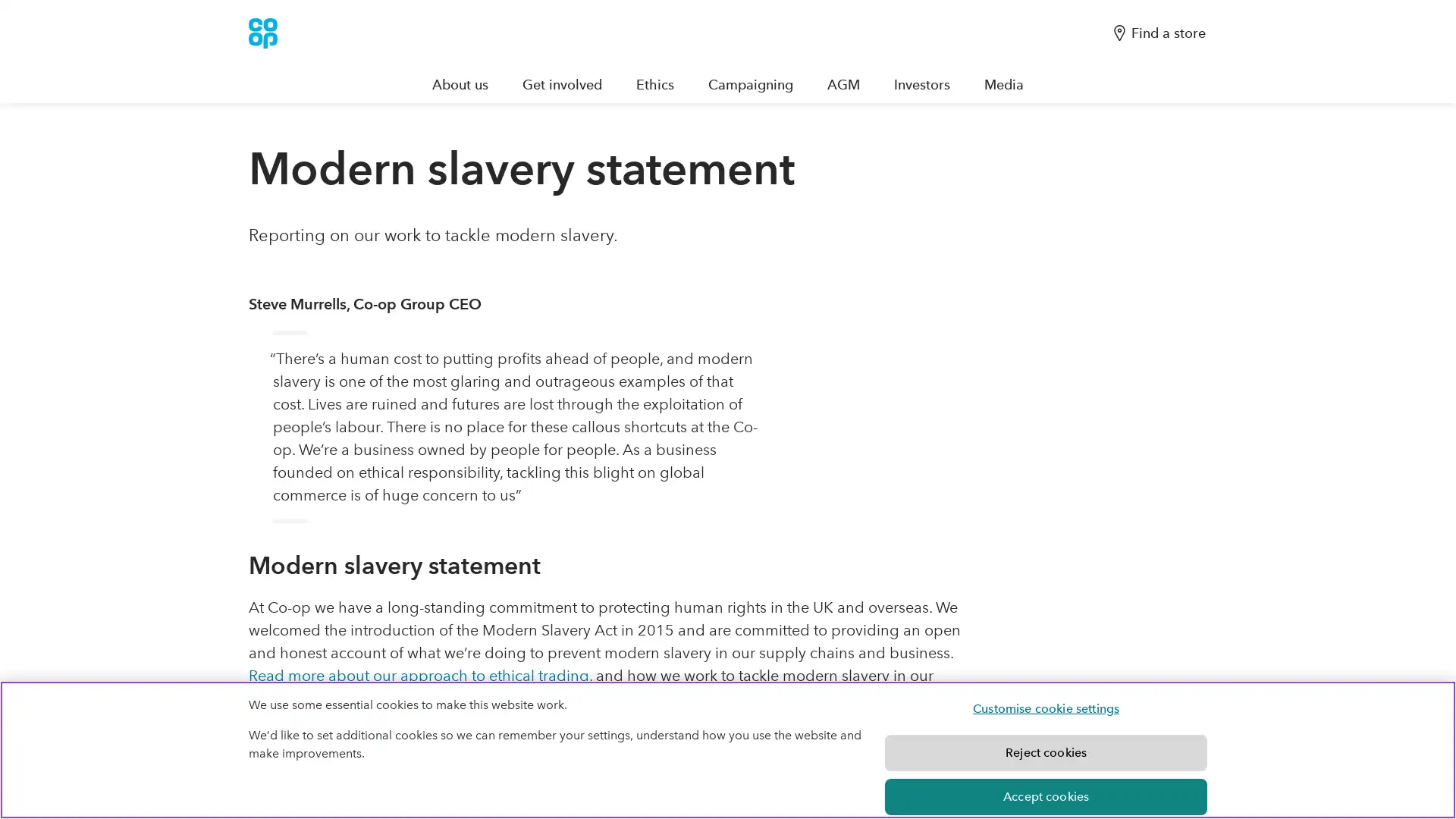  Describe the element at coordinates (1044, 752) in the screenshot. I see `Reject cookies` at that location.